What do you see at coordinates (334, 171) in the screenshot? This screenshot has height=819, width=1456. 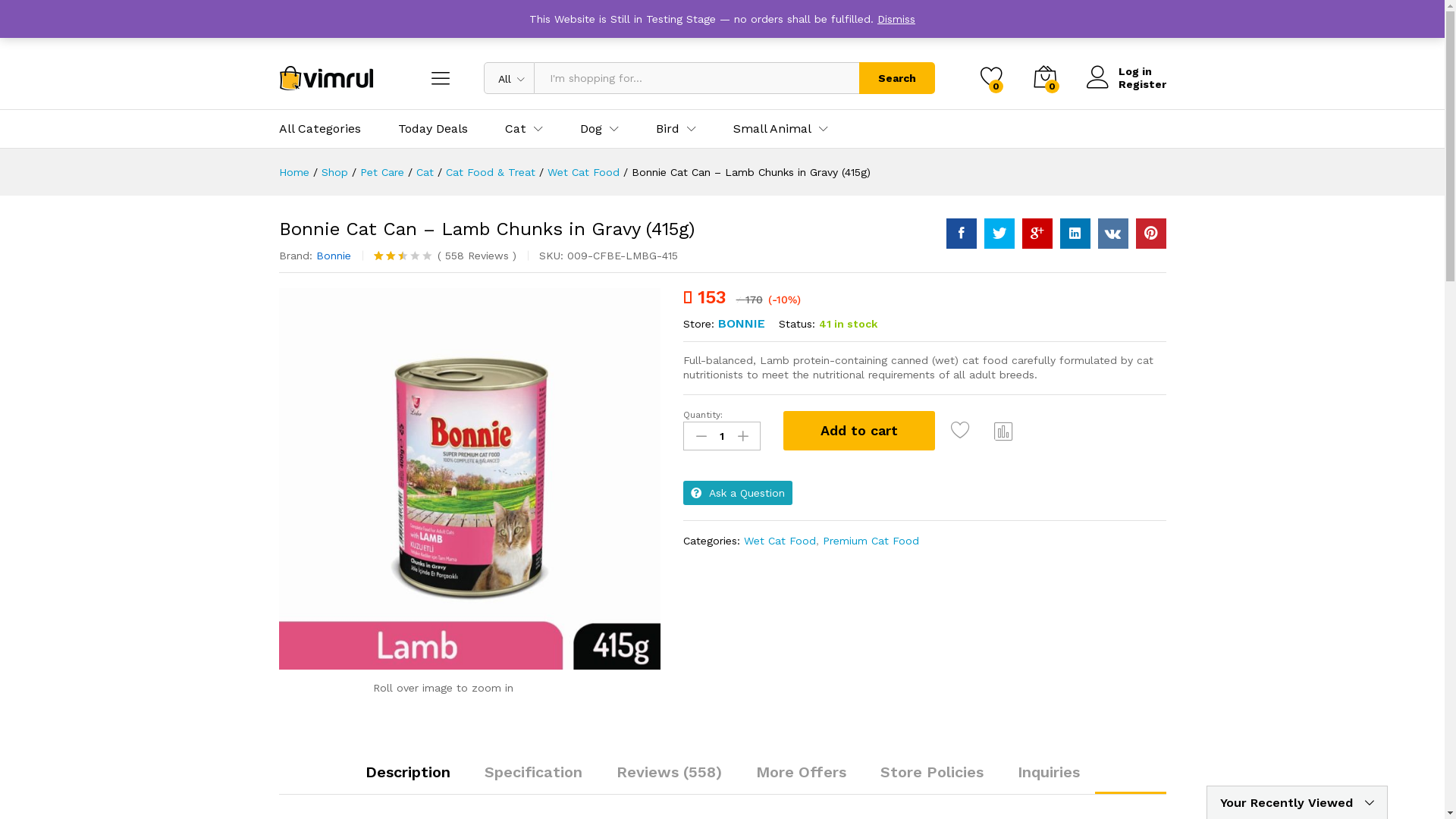 I see `'Shop'` at bounding box center [334, 171].